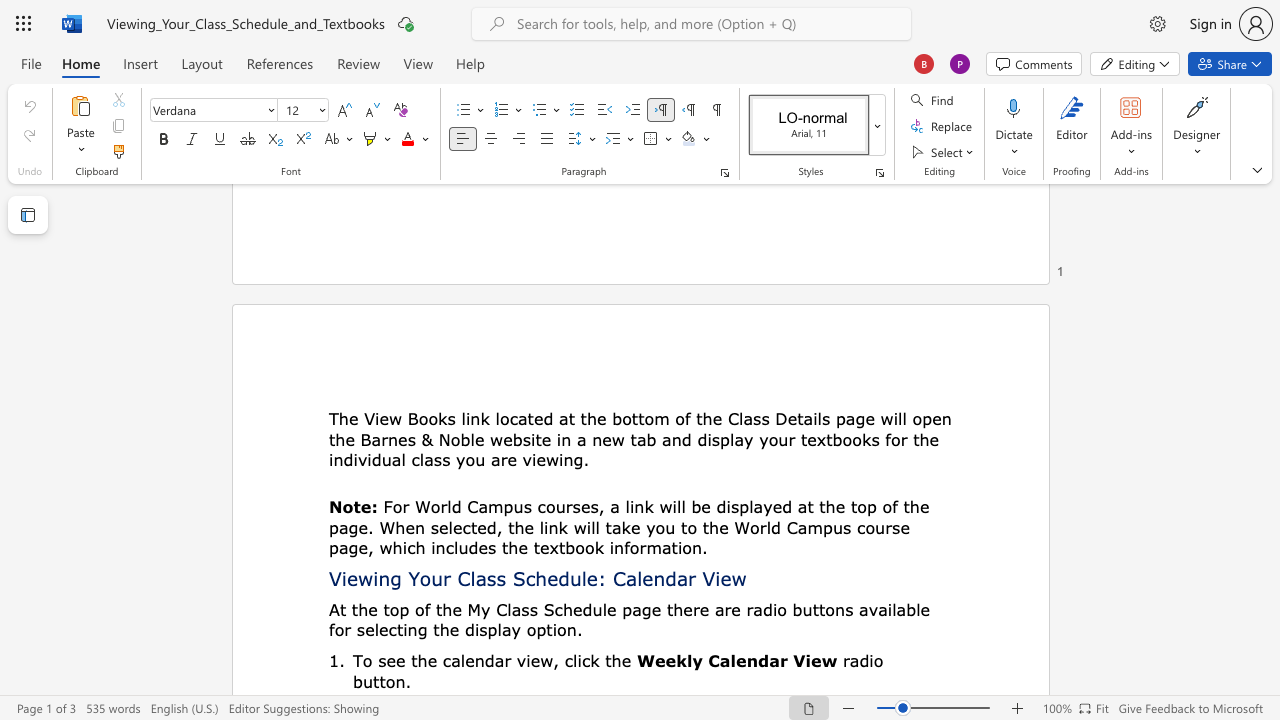  I want to click on the 1th character "s" in the text, so click(382, 660).